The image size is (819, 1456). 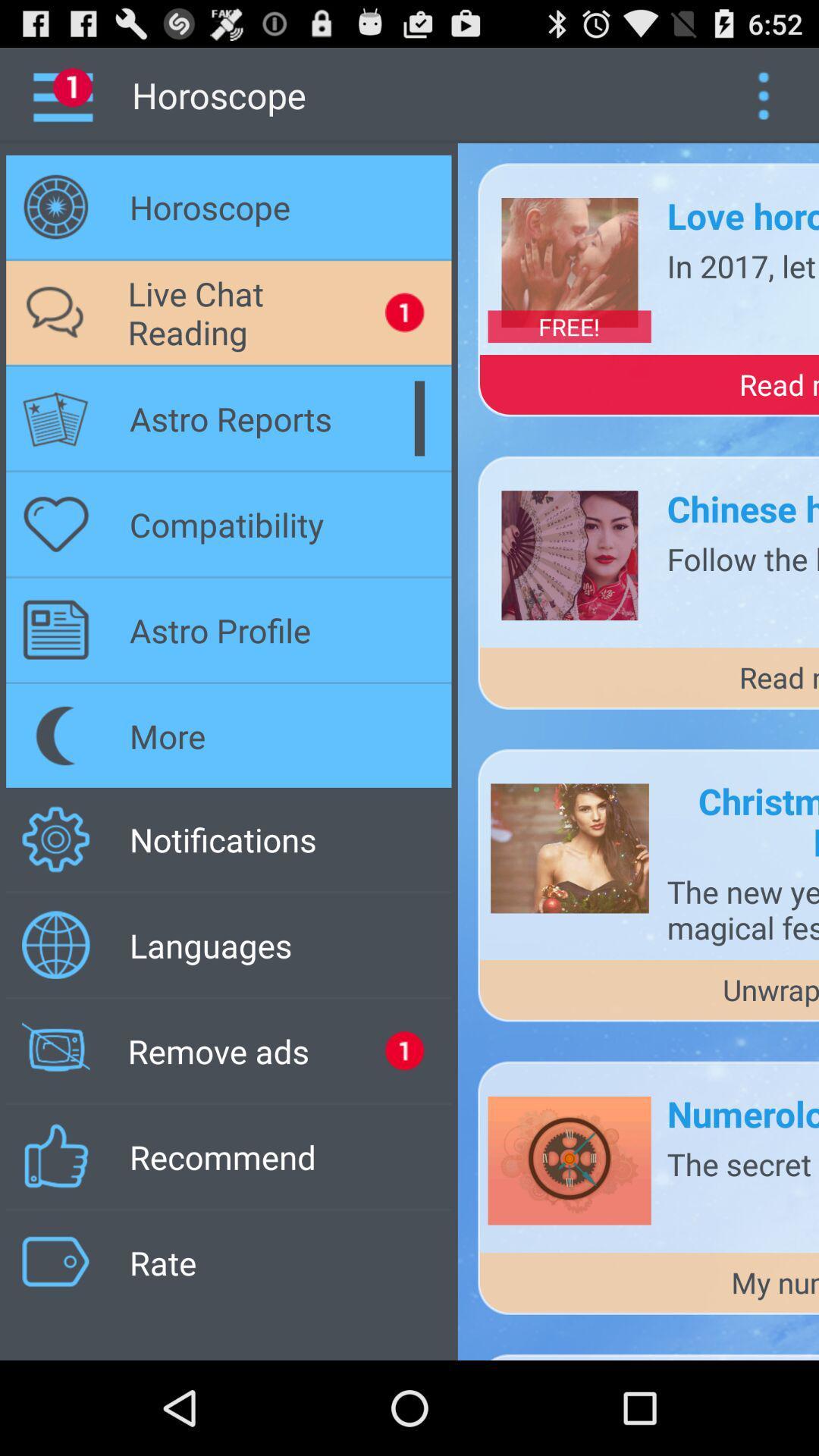 What do you see at coordinates (742, 508) in the screenshot?
I see `chinese horoscope 2017 icon` at bounding box center [742, 508].